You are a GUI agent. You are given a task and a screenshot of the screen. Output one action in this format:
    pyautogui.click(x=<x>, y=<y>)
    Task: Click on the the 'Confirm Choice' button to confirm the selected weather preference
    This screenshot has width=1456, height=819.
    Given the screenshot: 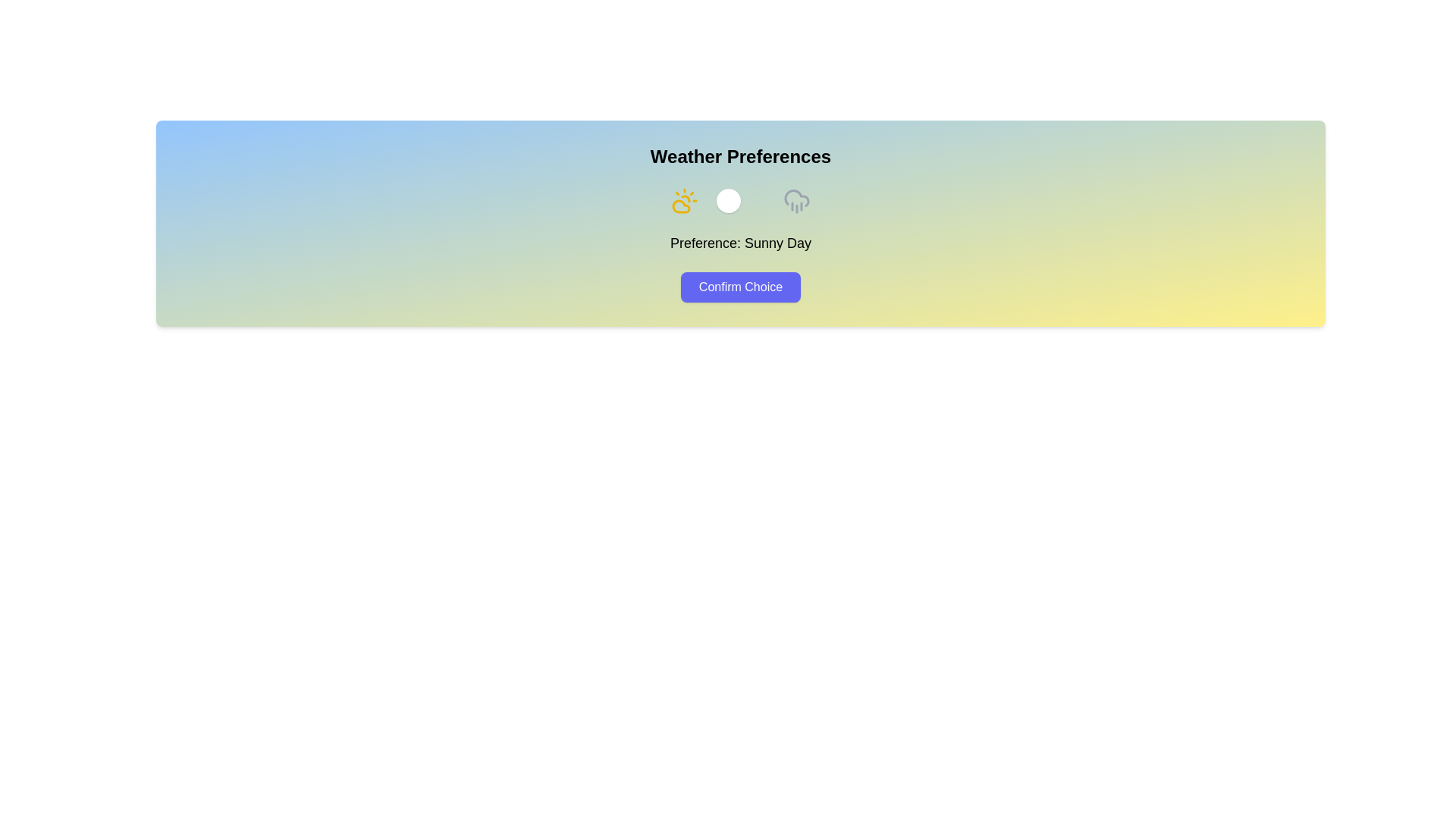 What is the action you would take?
    pyautogui.click(x=739, y=287)
    